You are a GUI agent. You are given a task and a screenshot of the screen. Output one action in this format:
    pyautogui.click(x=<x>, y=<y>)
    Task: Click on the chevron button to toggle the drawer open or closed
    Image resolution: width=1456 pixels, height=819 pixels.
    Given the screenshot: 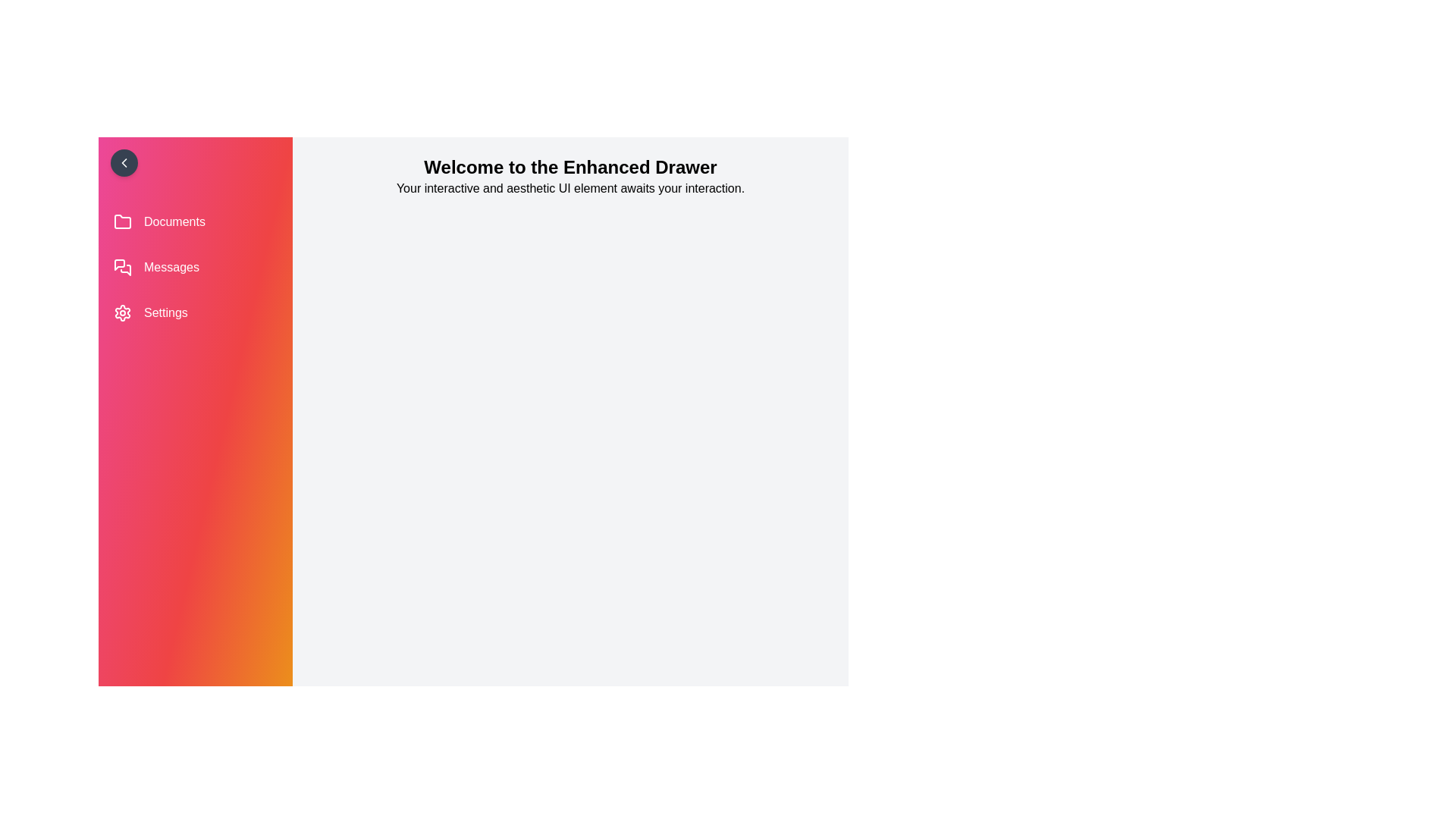 What is the action you would take?
    pyautogui.click(x=124, y=163)
    